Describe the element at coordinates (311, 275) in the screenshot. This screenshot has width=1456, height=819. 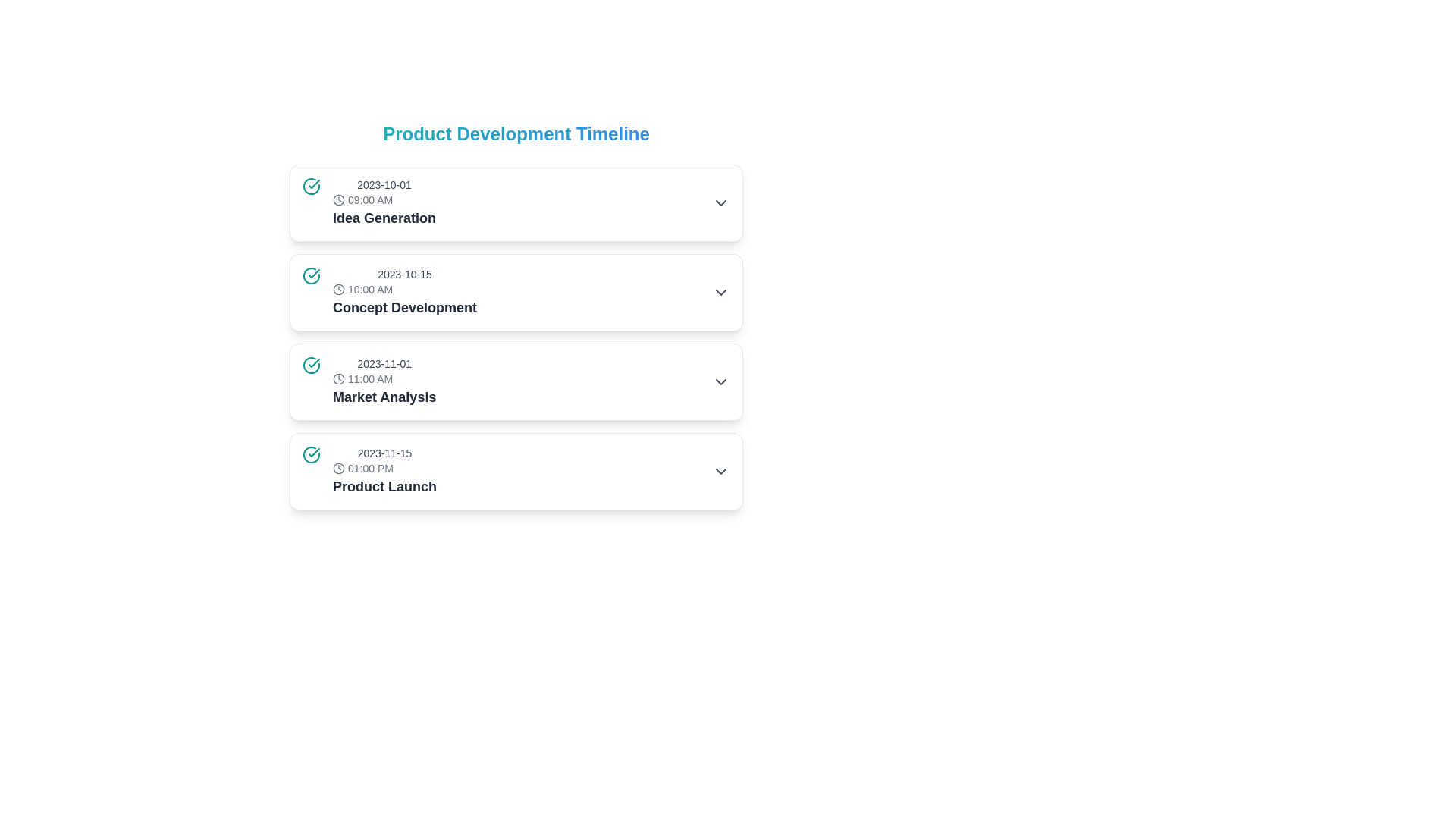
I see `the icon that signifies the completion of the associated timeline entry in the second row under 'Concept Development'` at that location.